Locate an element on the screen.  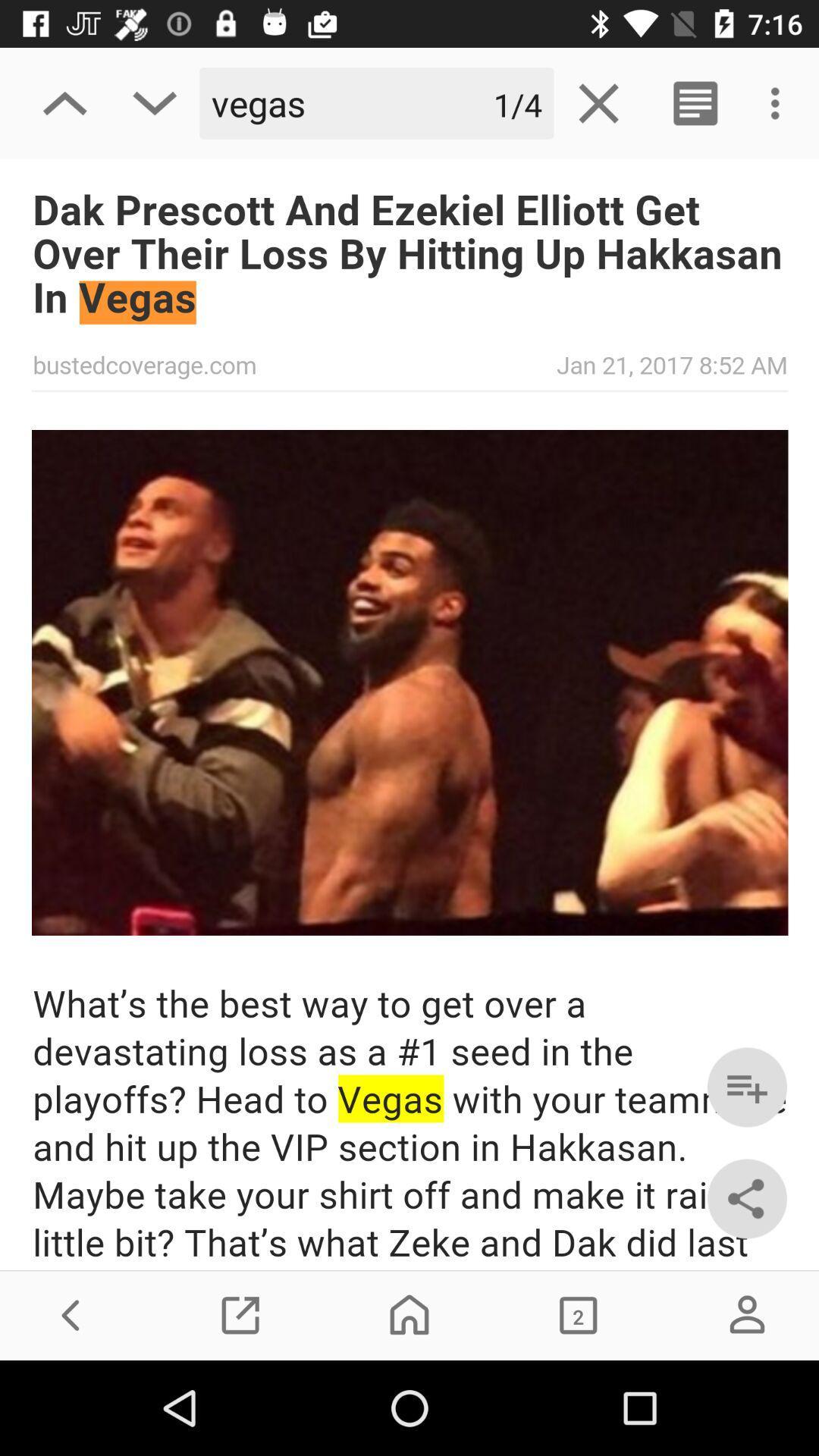
the share icon is located at coordinates (746, 1197).